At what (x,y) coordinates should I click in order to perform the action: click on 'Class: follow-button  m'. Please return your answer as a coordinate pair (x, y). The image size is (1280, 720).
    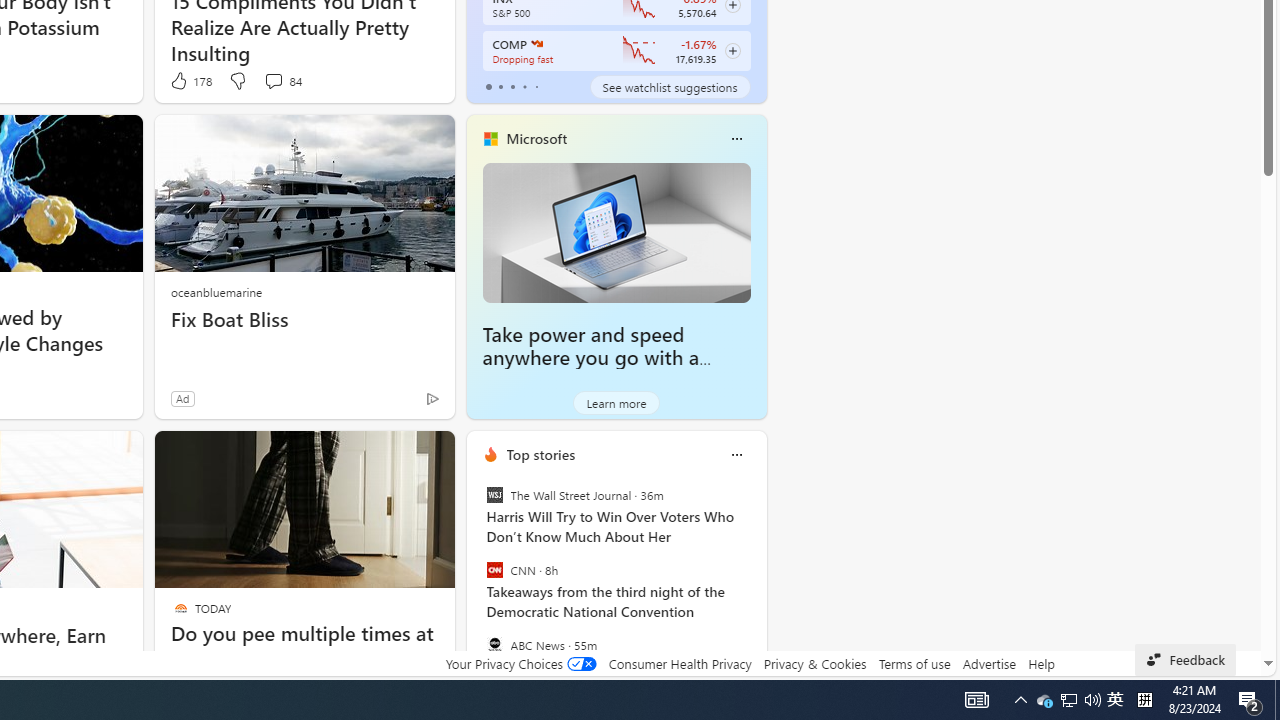
    Looking at the image, I should click on (731, 50).